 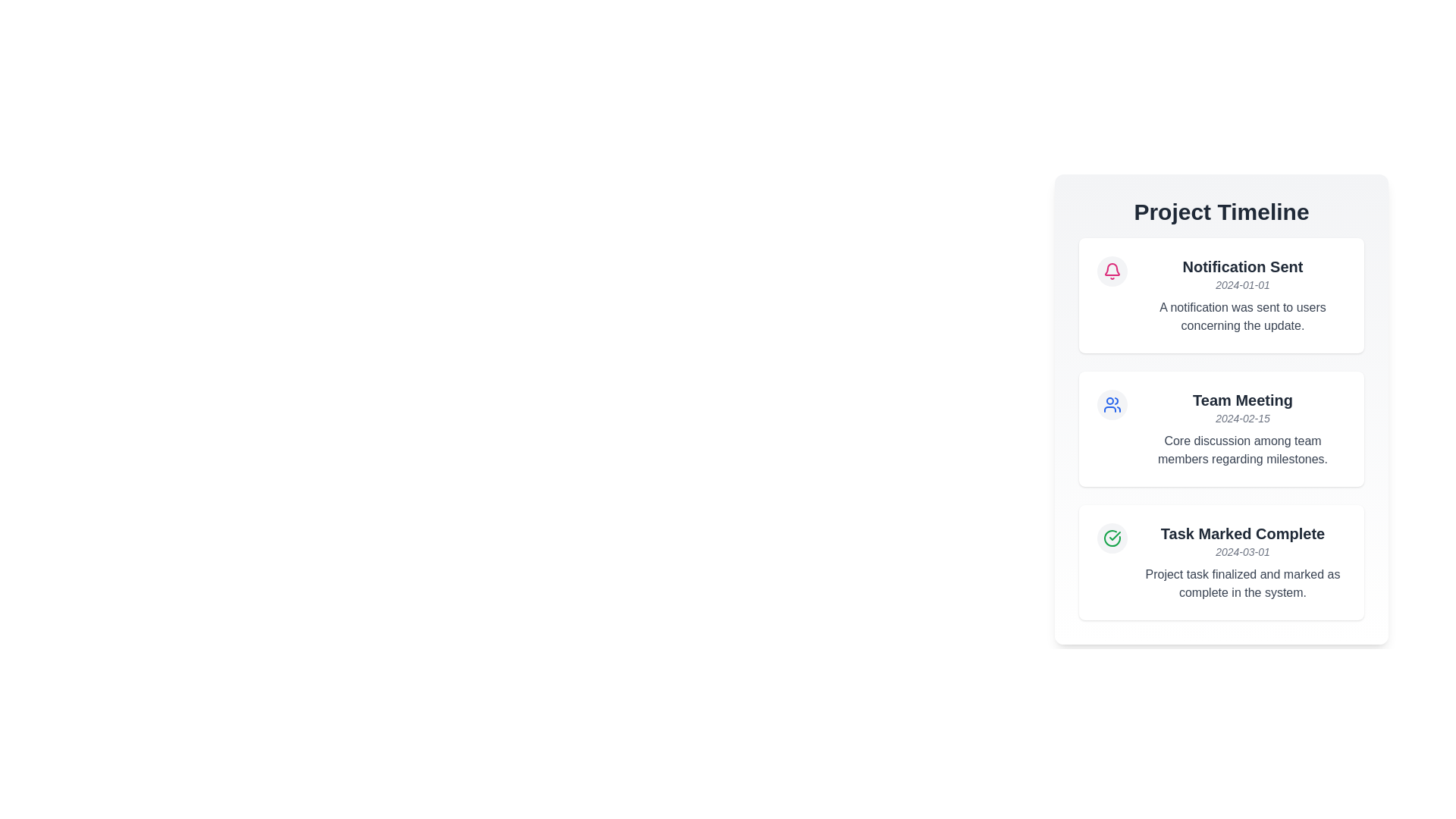 I want to click on the Text block with heading and description titled 'Task Marked Complete' for accessibility, so click(x=1242, y=562).